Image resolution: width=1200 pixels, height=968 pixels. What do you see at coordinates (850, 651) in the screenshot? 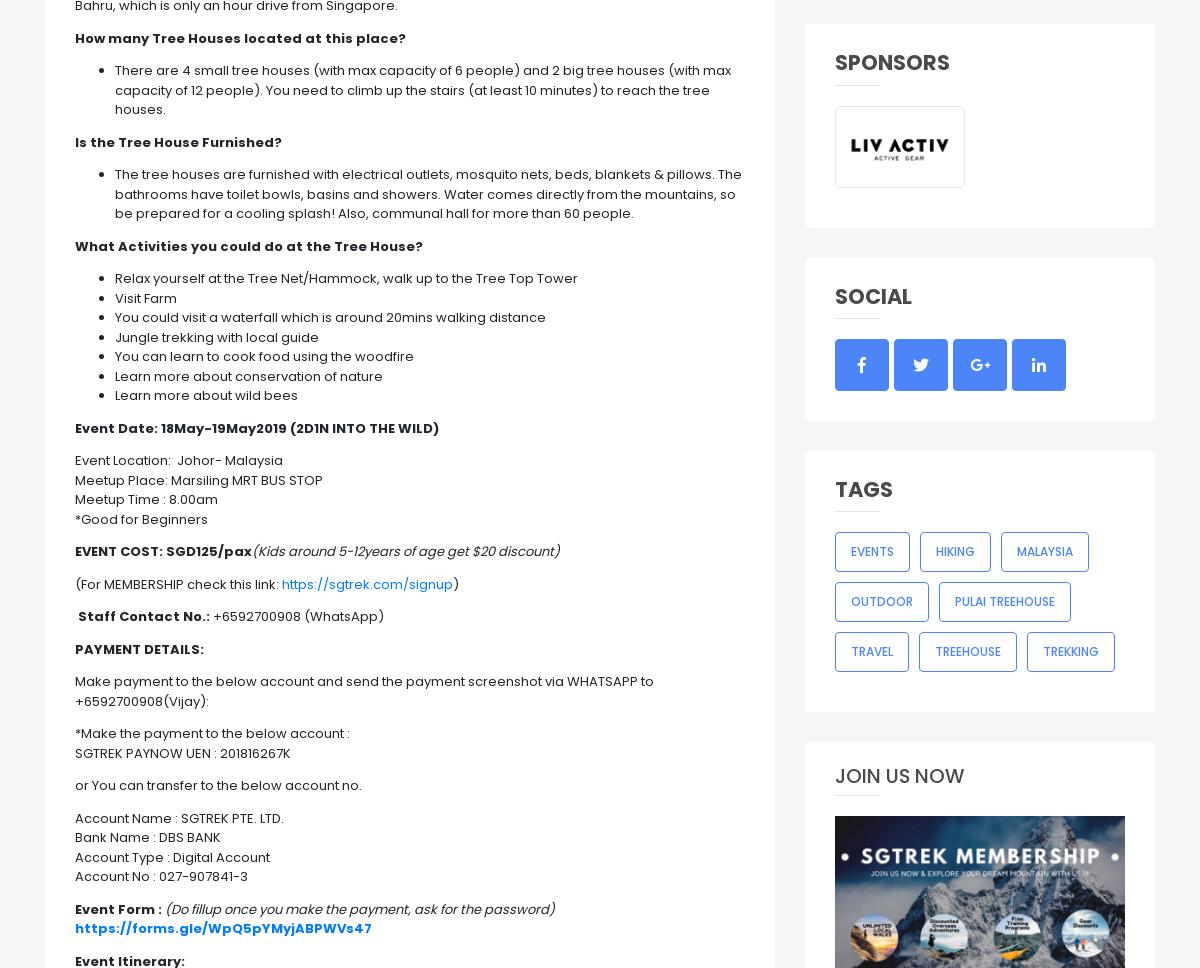
I see `'Travel'` at bounding box center [850, 651].